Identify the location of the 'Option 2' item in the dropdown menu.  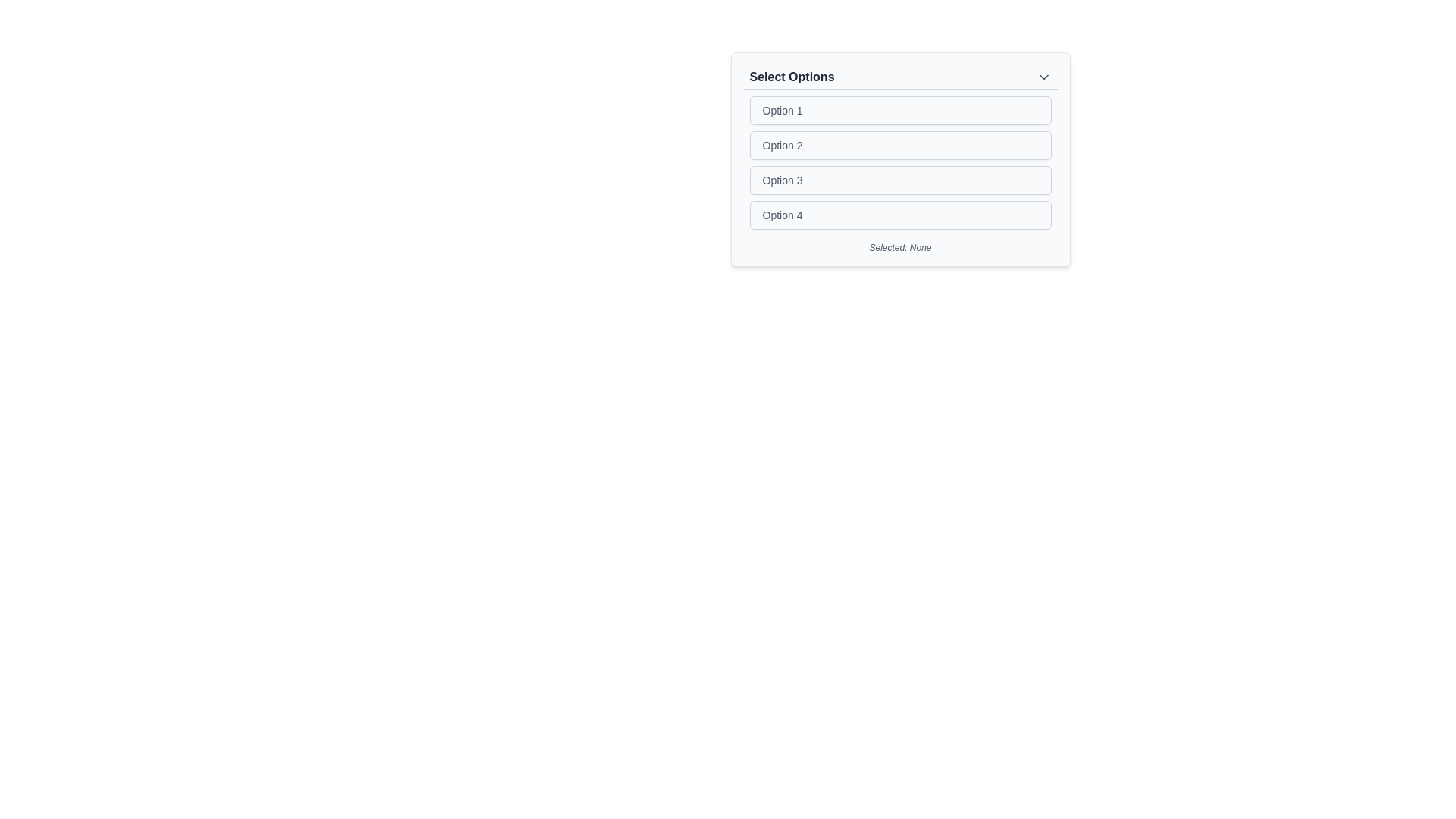
(900, 159).